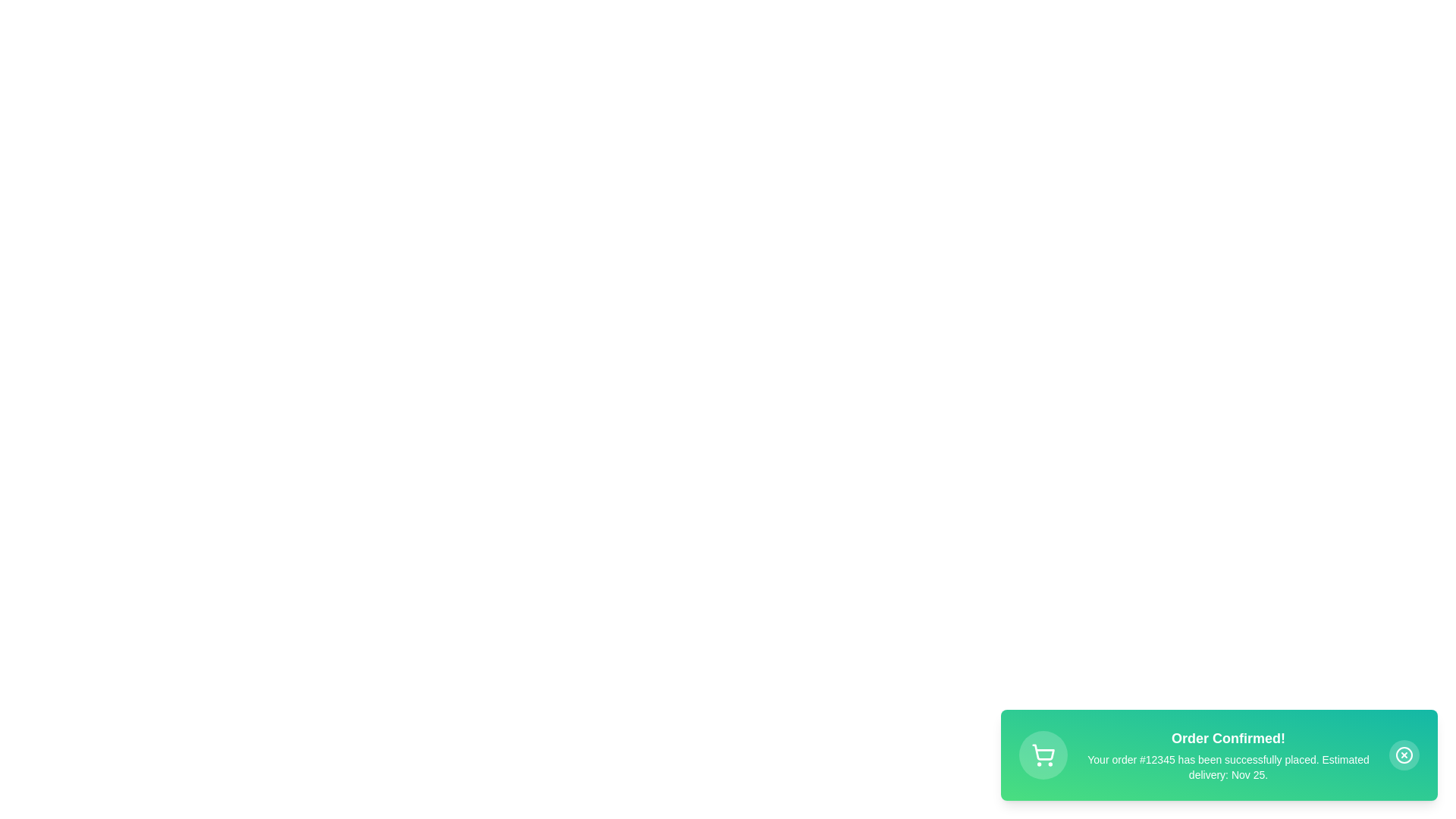 The width and height of the screenshot is (1456, 819). Describe the element at coordinates (1043, 752) in the screenshot. I see `the decorative shopping cart icon located in the lower-right portion of the green notification card` at that location.